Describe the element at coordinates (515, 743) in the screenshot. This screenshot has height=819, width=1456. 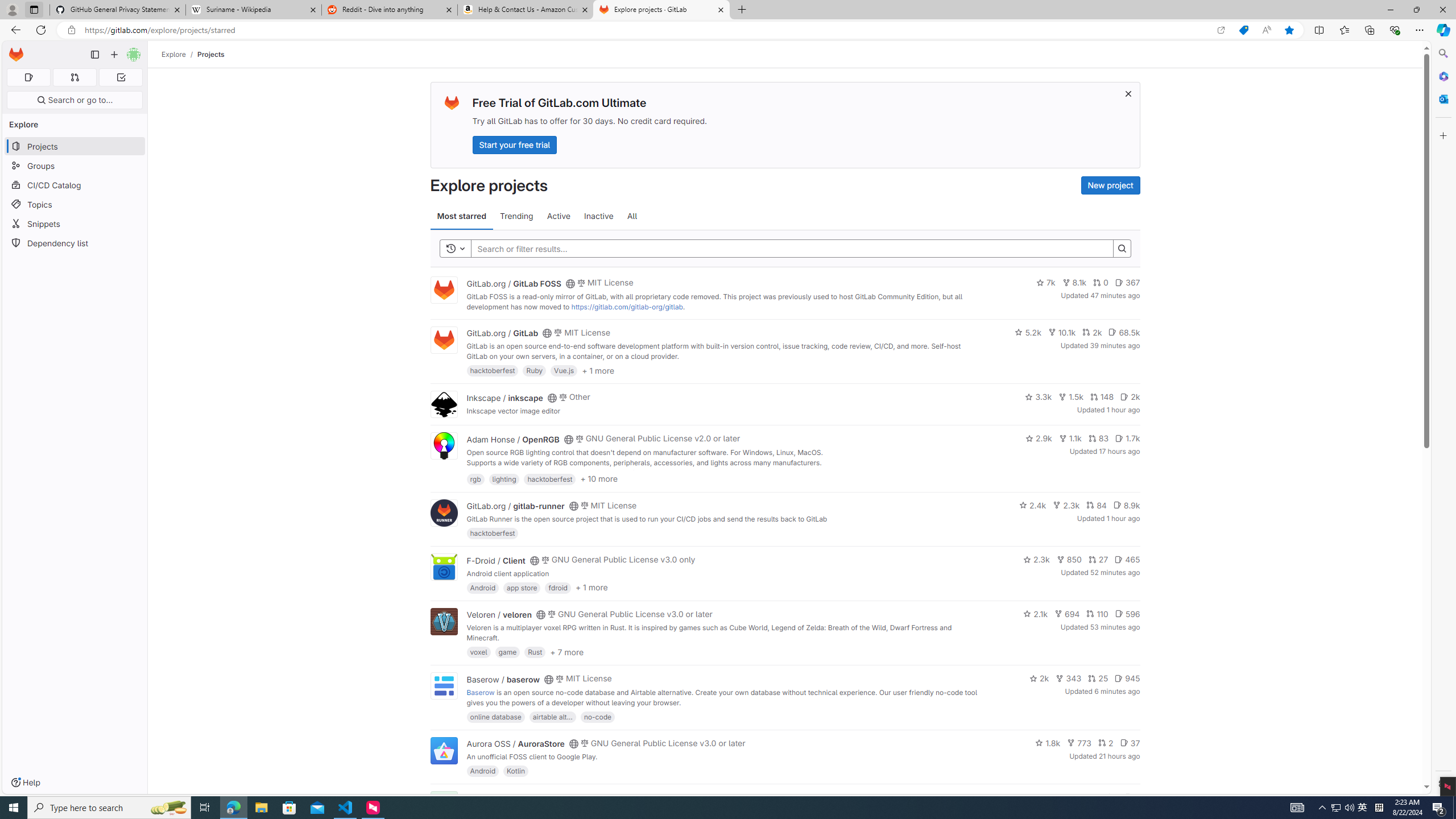
I see `'Aurora OSS / AuroraStore'` at that location.